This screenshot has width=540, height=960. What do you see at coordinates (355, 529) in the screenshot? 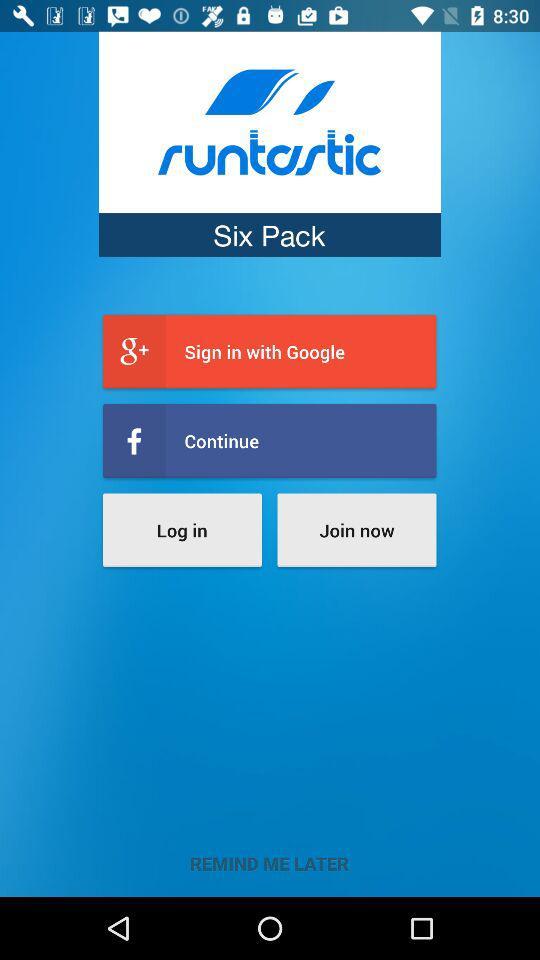
I see `the join now item` at bounding box center [355, 529].